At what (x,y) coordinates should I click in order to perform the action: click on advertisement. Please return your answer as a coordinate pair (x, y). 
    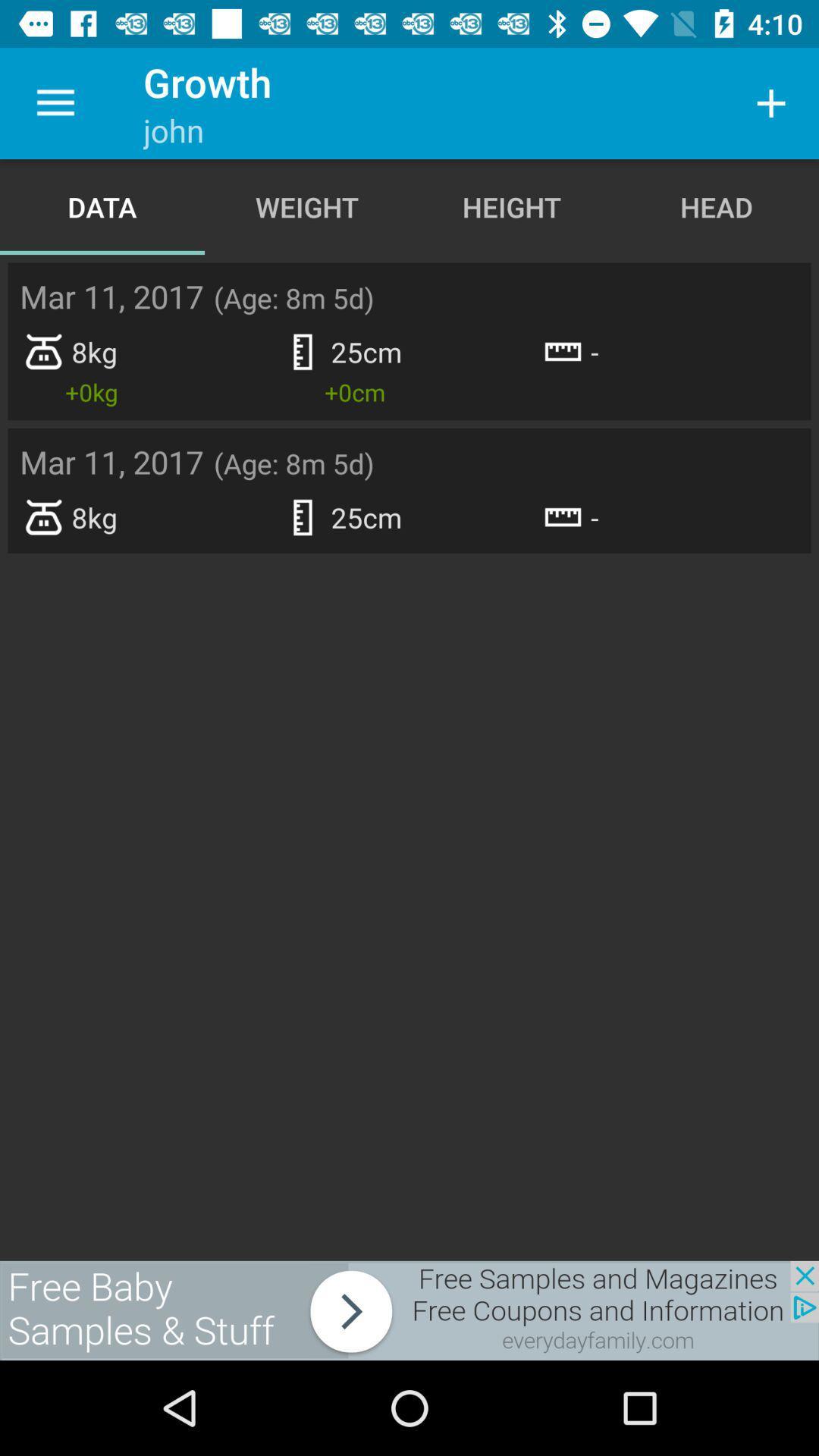
    Looking at the image, I should click on (409, 1310).